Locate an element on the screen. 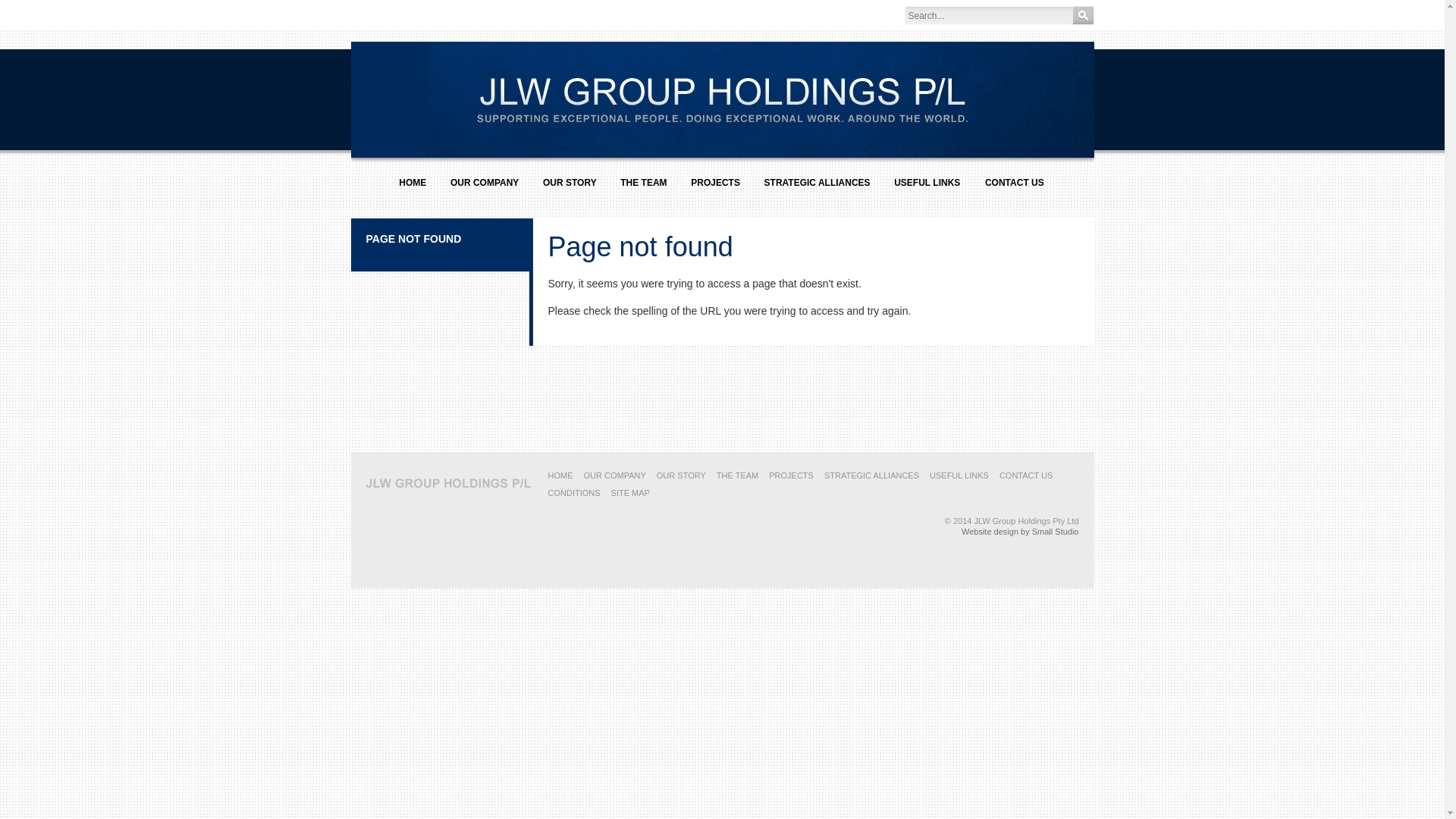 This screenshot has height=819, width=1456. 'CONDITIONS' is located at coordinates (546, 493).